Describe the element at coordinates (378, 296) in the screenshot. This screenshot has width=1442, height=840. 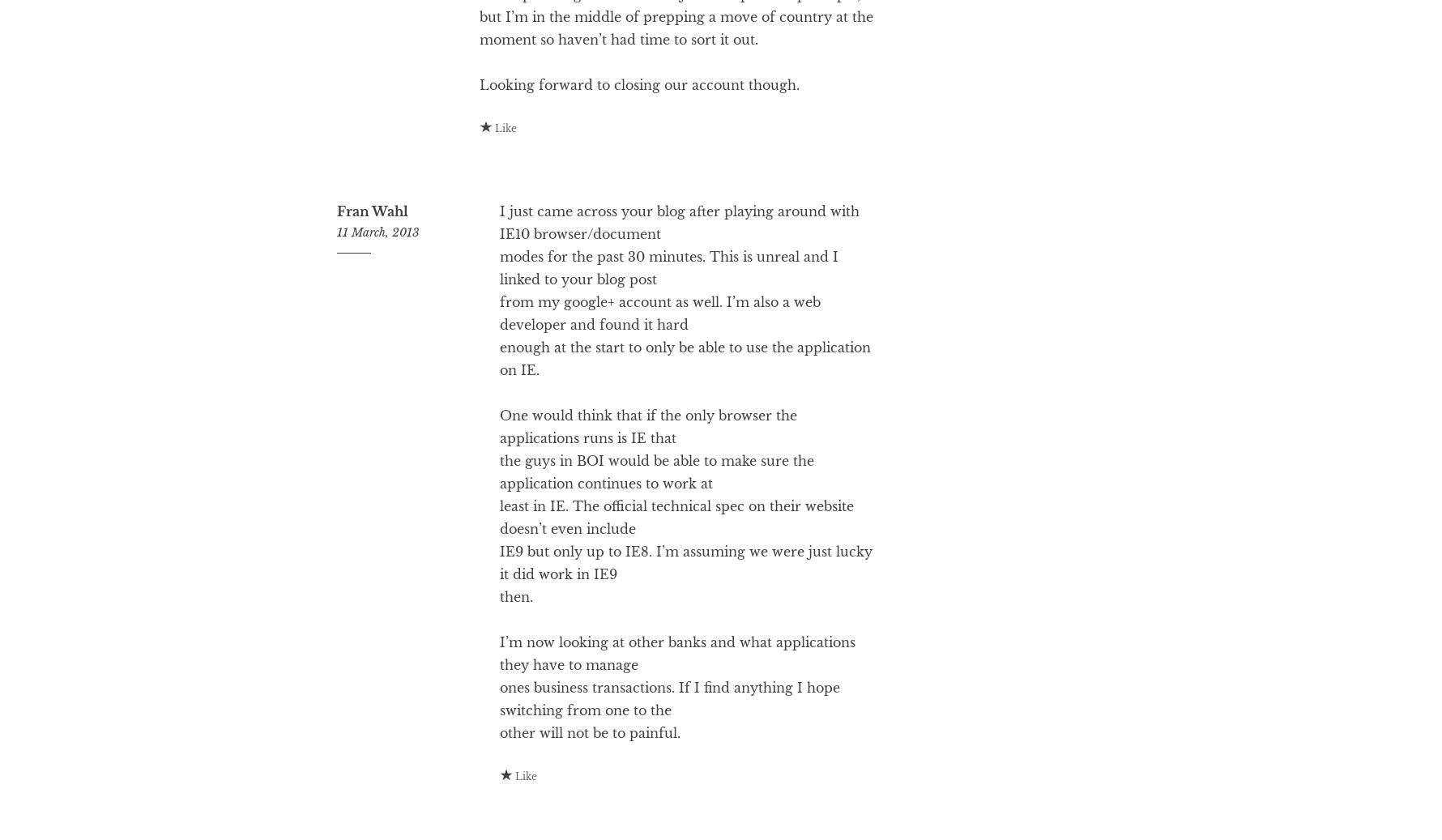
I see `'11 March, 2013'` at that location.